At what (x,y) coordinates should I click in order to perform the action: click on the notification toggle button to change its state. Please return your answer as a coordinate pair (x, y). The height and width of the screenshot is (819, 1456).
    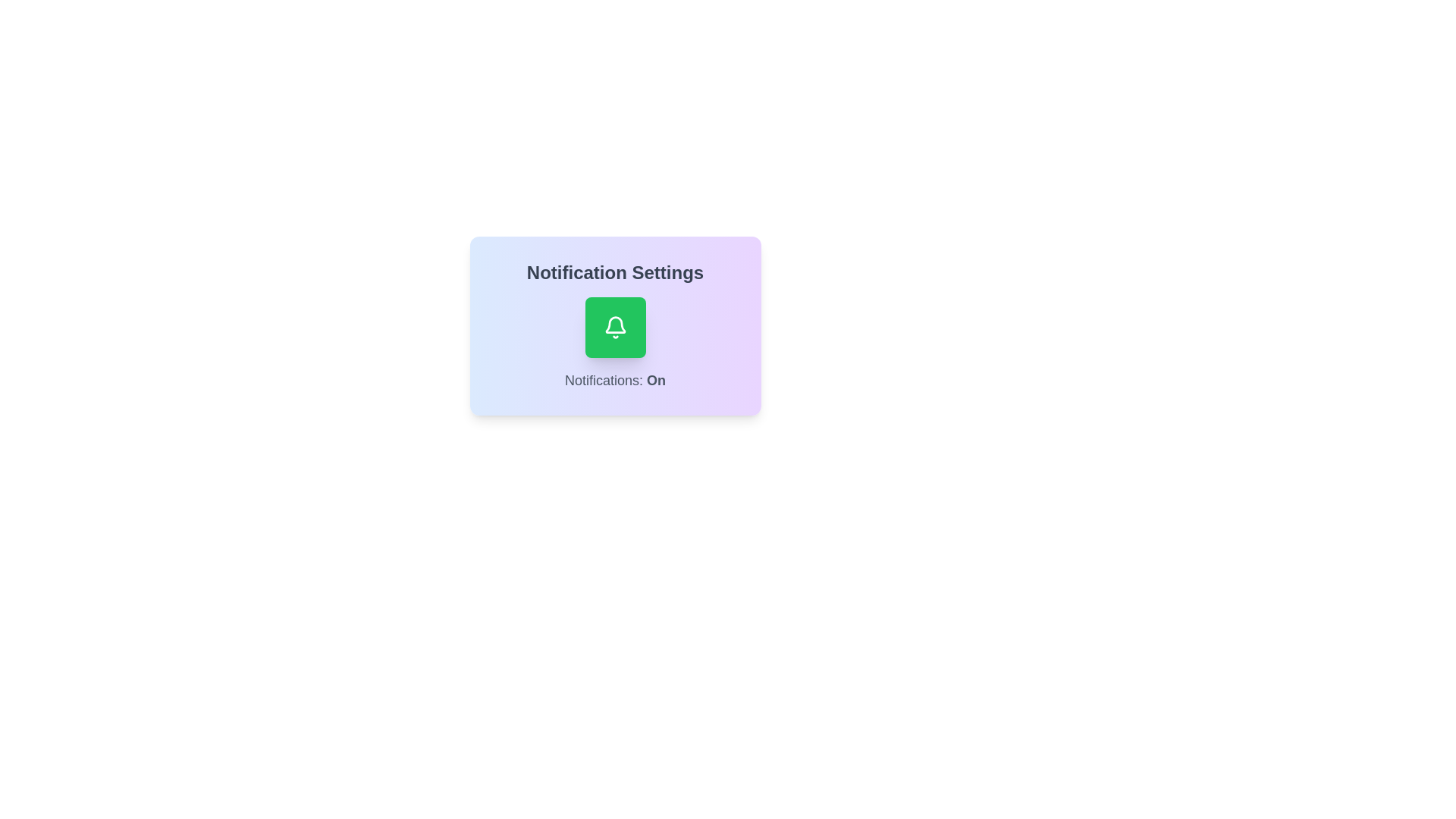
    Looking at the image, I should click on (615, 327).